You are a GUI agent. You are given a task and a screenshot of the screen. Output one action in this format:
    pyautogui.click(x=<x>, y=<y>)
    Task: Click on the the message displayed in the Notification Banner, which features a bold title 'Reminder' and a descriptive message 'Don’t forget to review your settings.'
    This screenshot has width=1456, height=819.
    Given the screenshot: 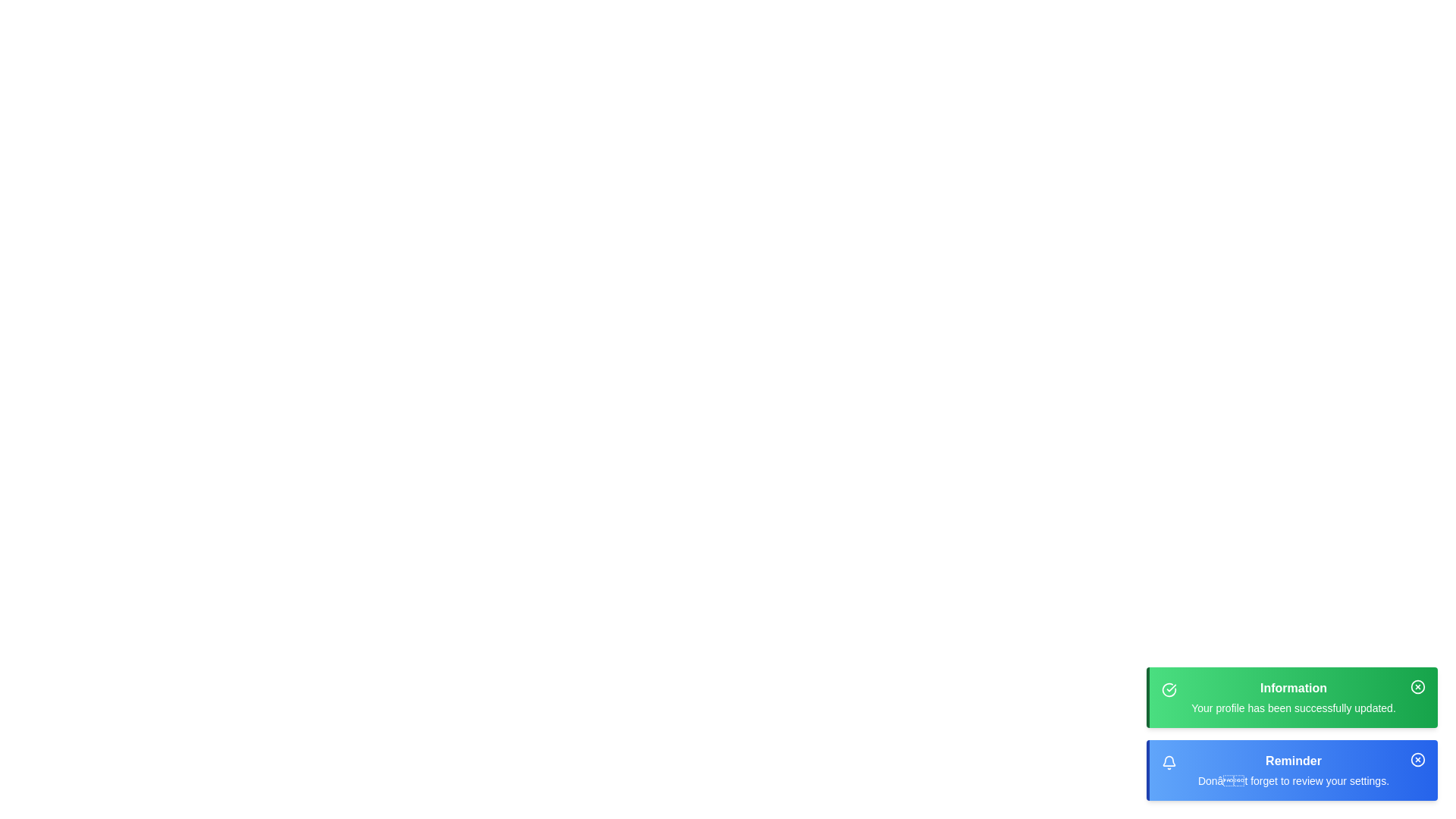 What is the action you would take?
    pyautogui.click(x=1292, y=770)
    